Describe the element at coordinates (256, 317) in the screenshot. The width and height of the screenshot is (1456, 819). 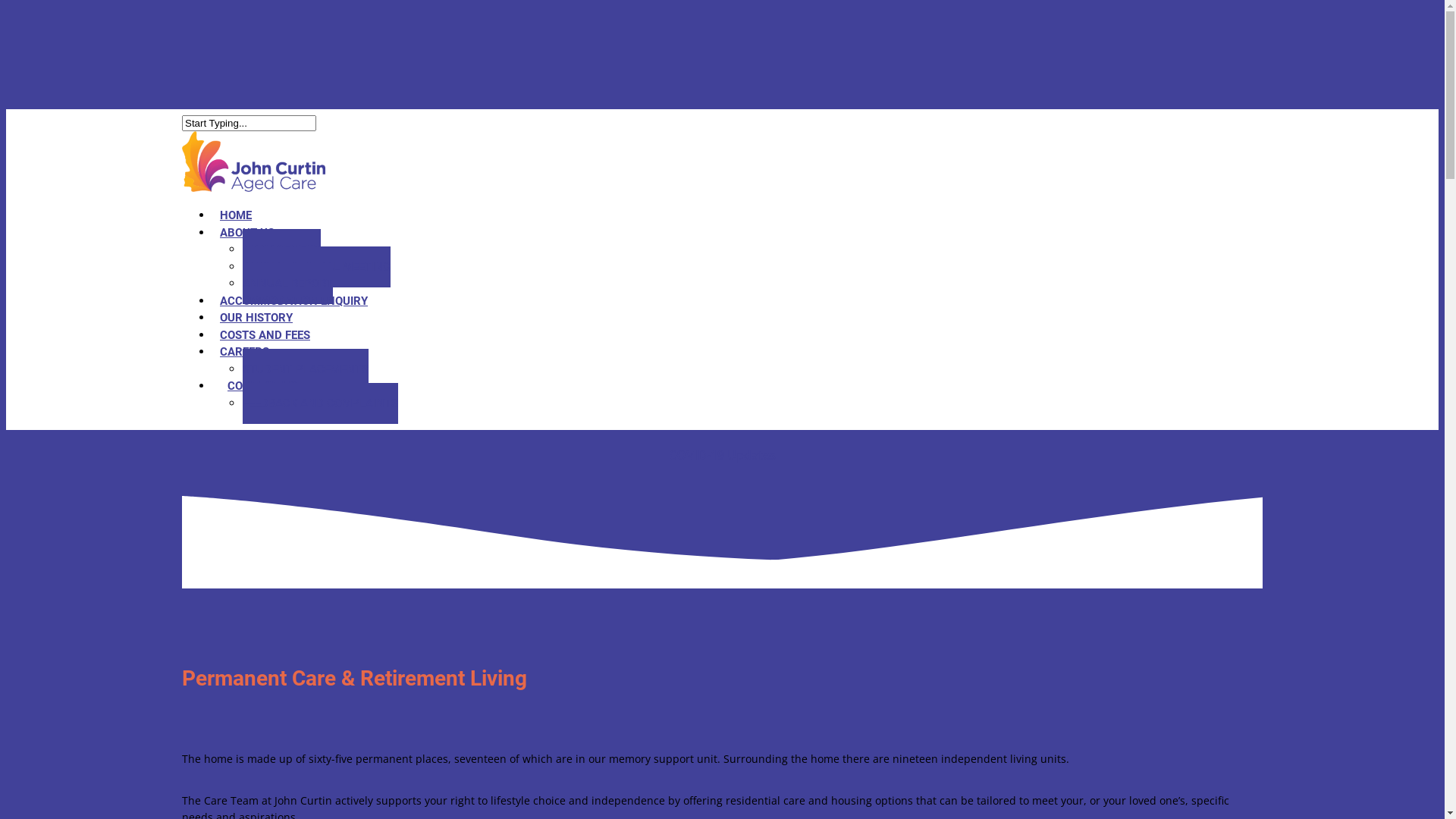
I see `'OUR HISTORY'` at that location.